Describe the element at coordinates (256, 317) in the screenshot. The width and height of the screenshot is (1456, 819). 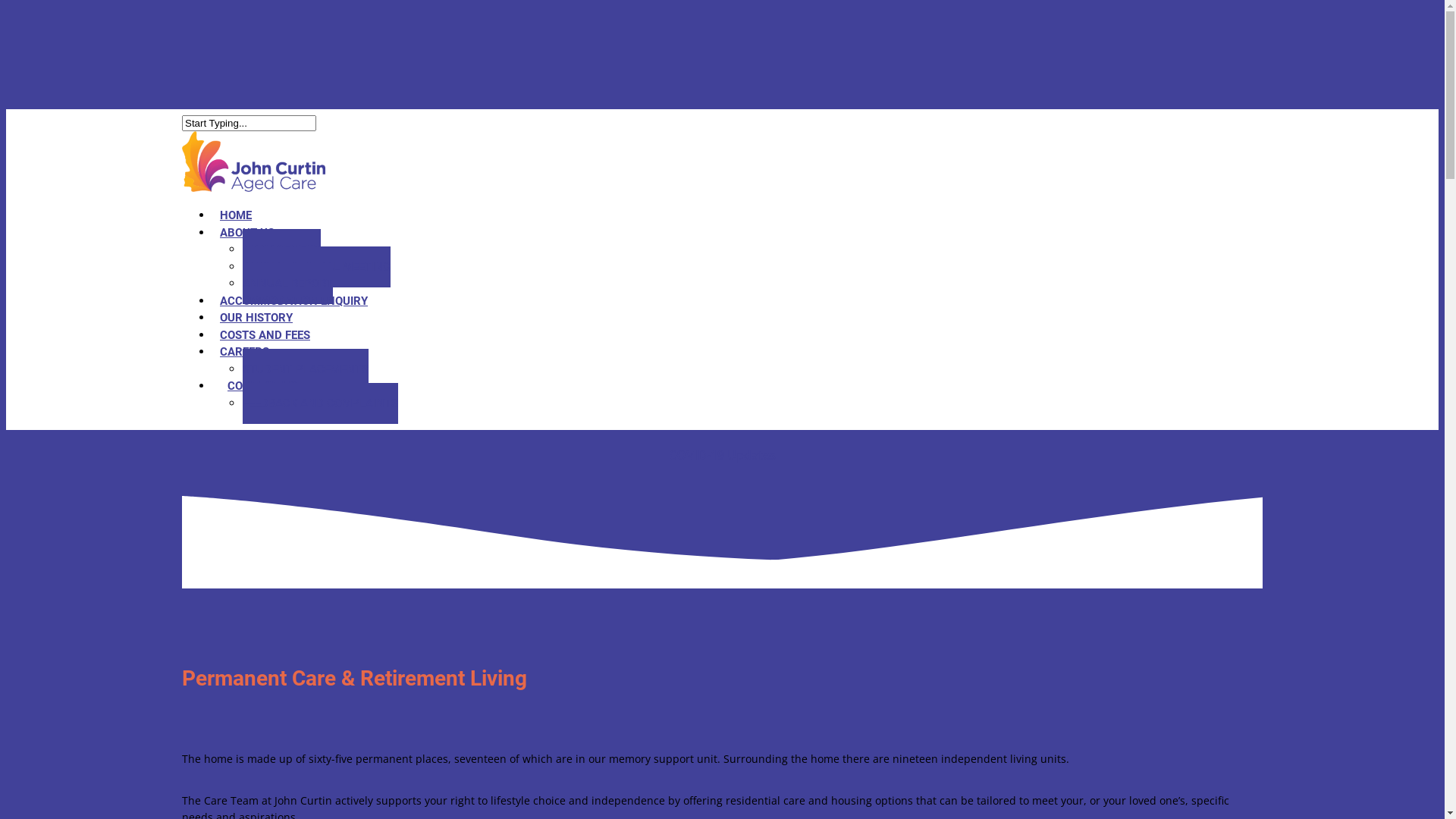
I see `'OUR HISTORY'` at that location.